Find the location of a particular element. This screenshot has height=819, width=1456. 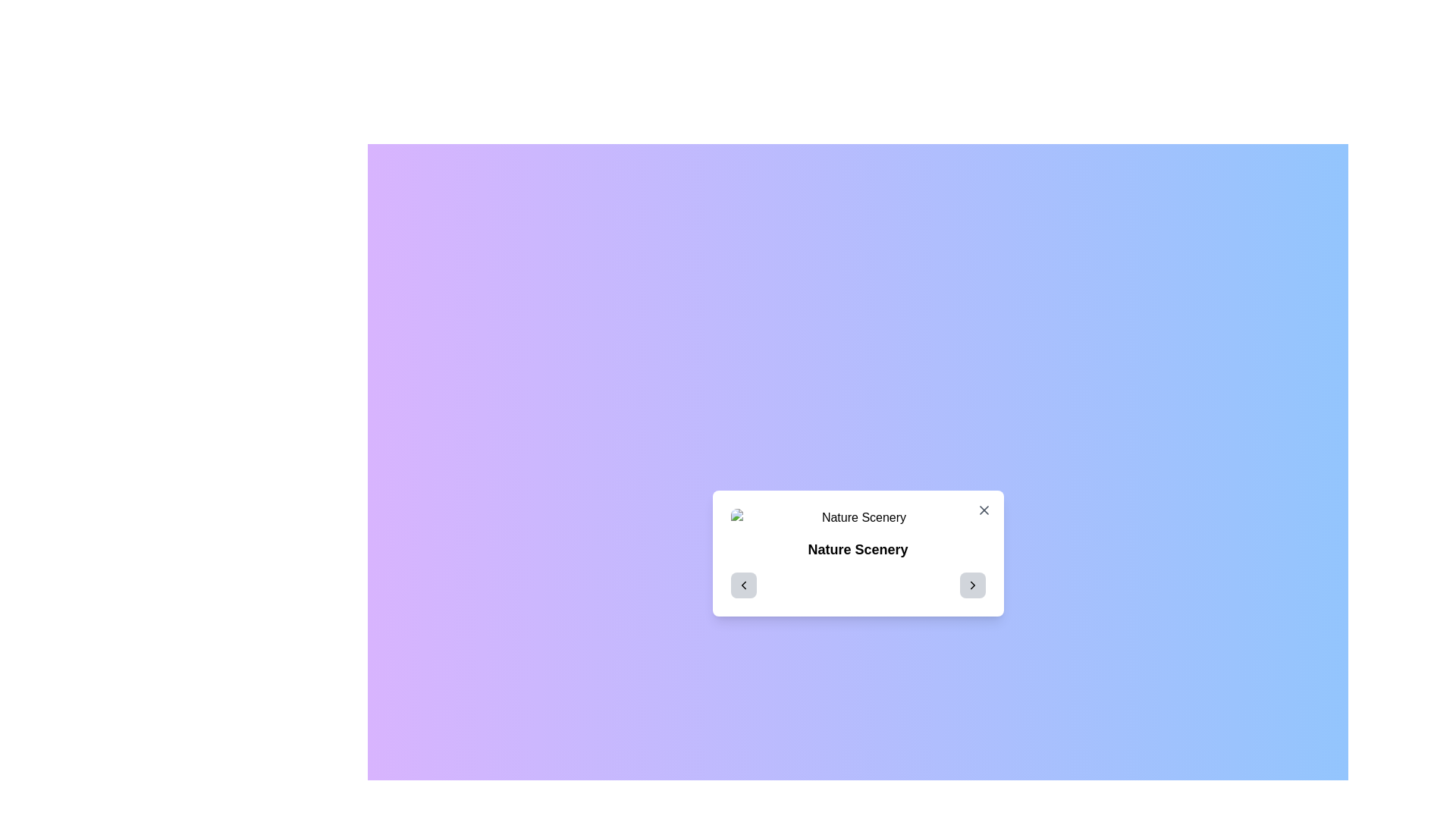

the close button located at the top-right corner of the card containing the text title 'Nature Scenery' is located at coordinates (984, 510).